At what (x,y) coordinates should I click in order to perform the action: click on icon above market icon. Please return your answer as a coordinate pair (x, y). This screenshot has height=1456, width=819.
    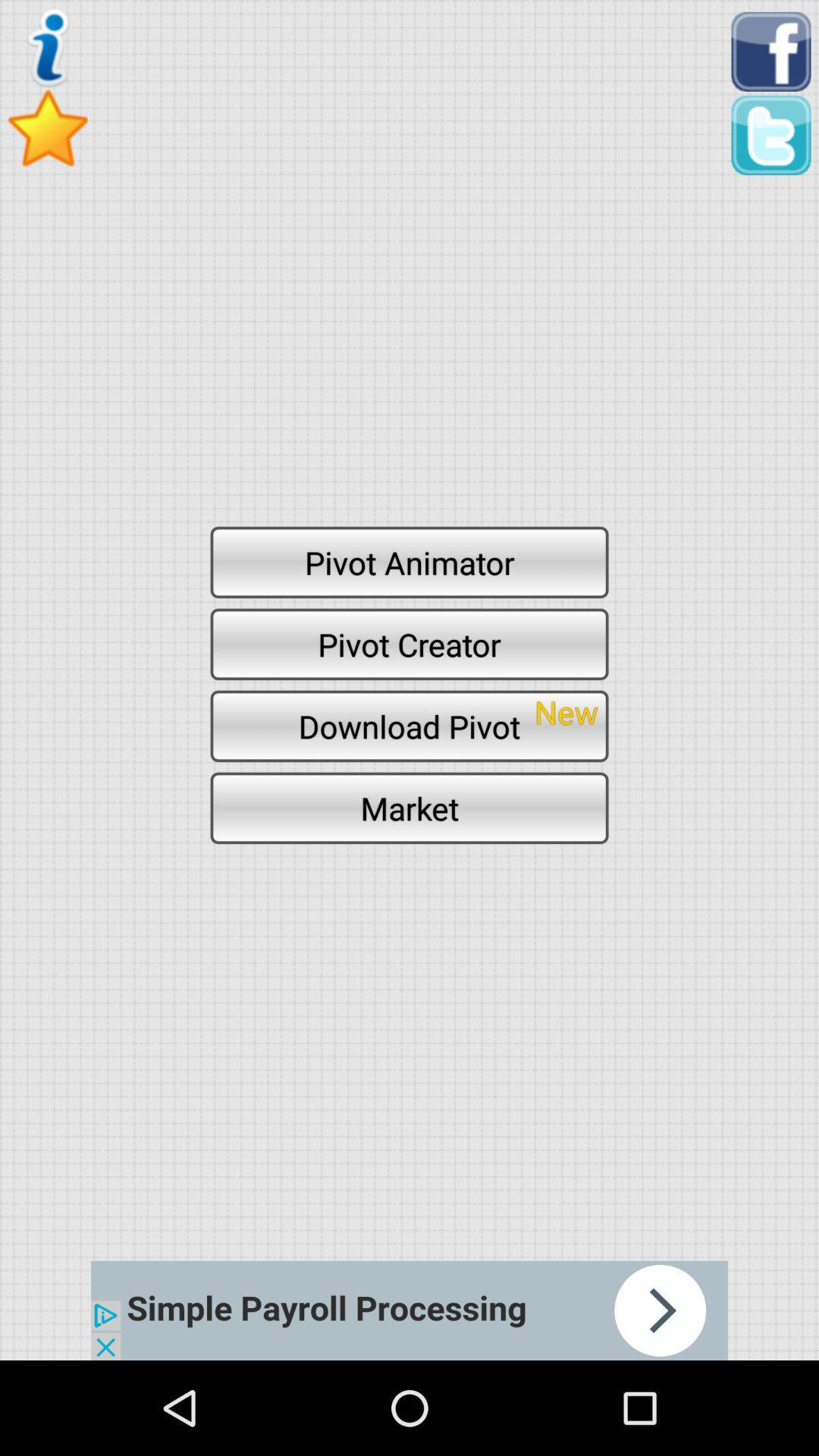
    Looking at the image, I should click on (409, 725).